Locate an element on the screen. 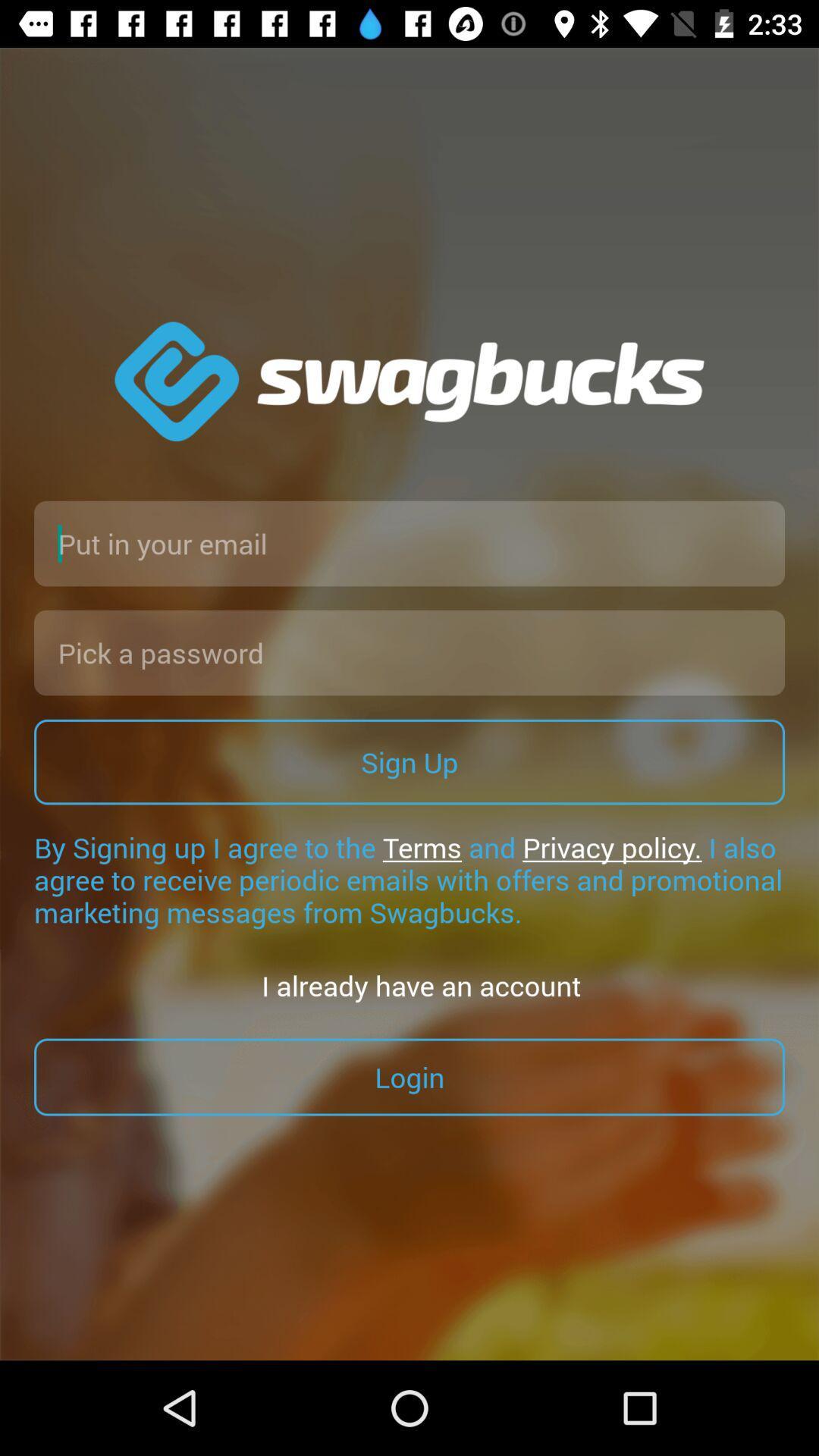 The width and height of the screenshot is (819, 1456). type in password is located at coordinates (409, 652).